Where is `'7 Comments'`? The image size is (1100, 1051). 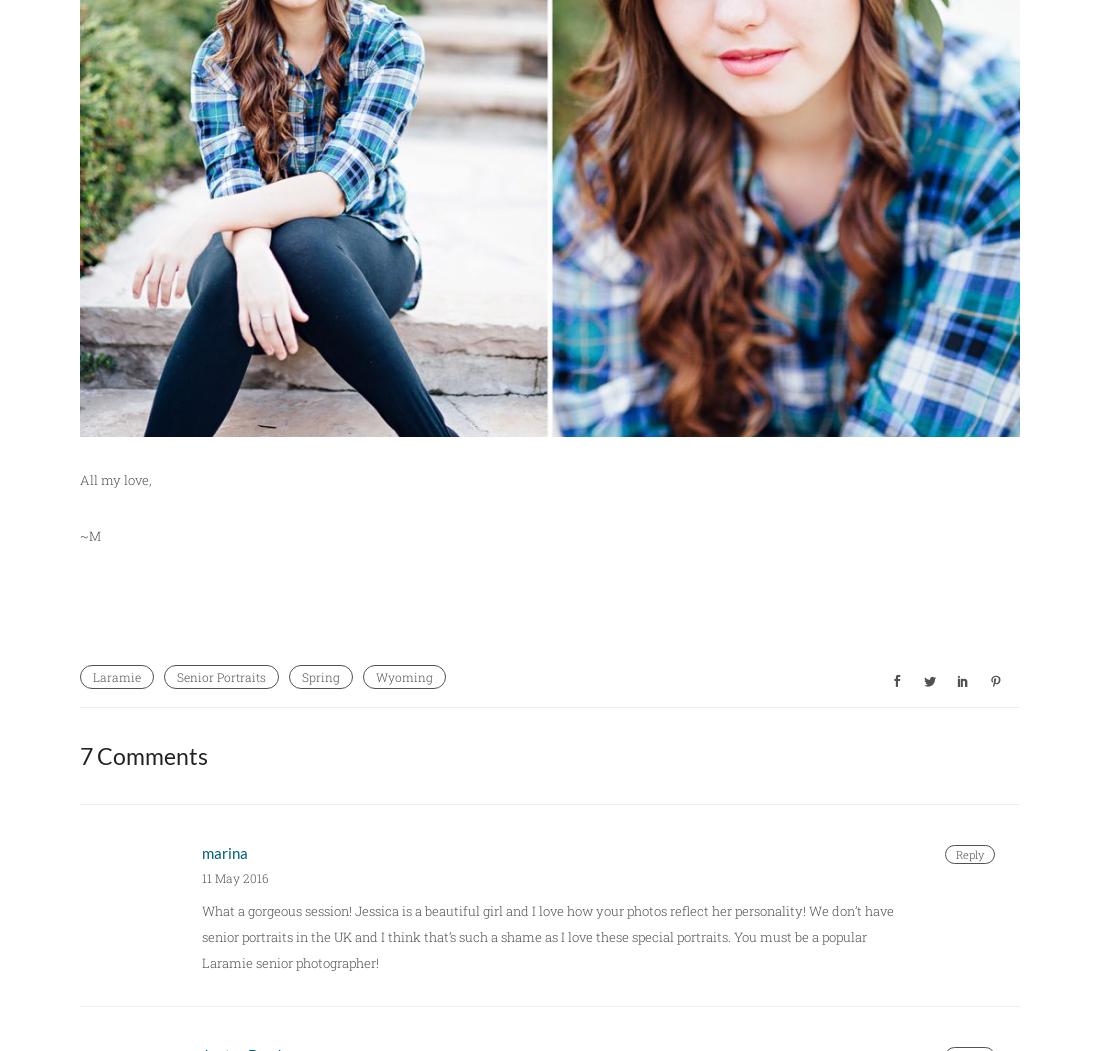
'7 Comments' is located at coordinates (142, 755).